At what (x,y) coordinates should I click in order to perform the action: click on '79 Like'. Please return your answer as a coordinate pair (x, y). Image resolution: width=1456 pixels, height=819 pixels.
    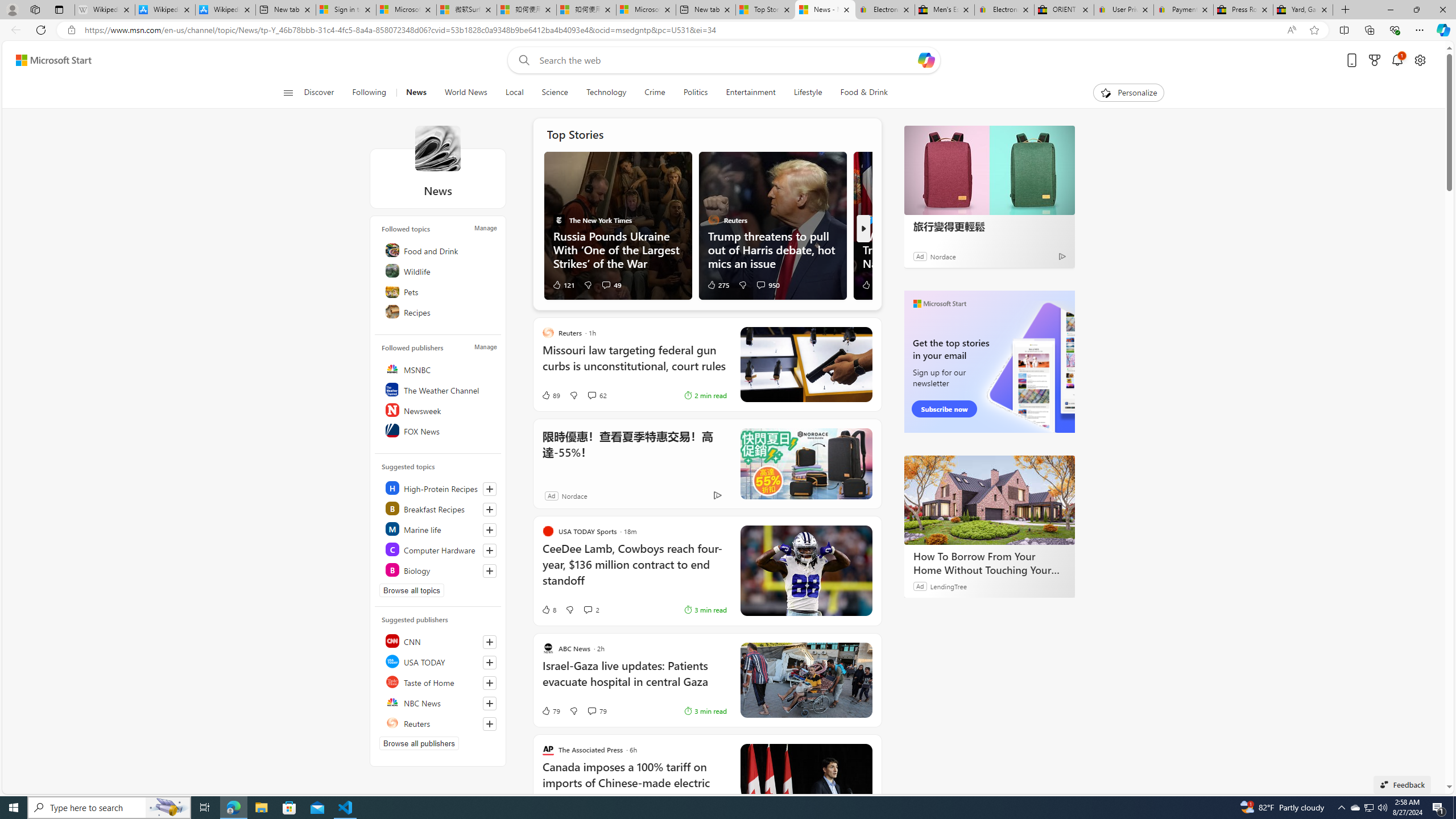
    Looking at the image, I should click on (549, 710).